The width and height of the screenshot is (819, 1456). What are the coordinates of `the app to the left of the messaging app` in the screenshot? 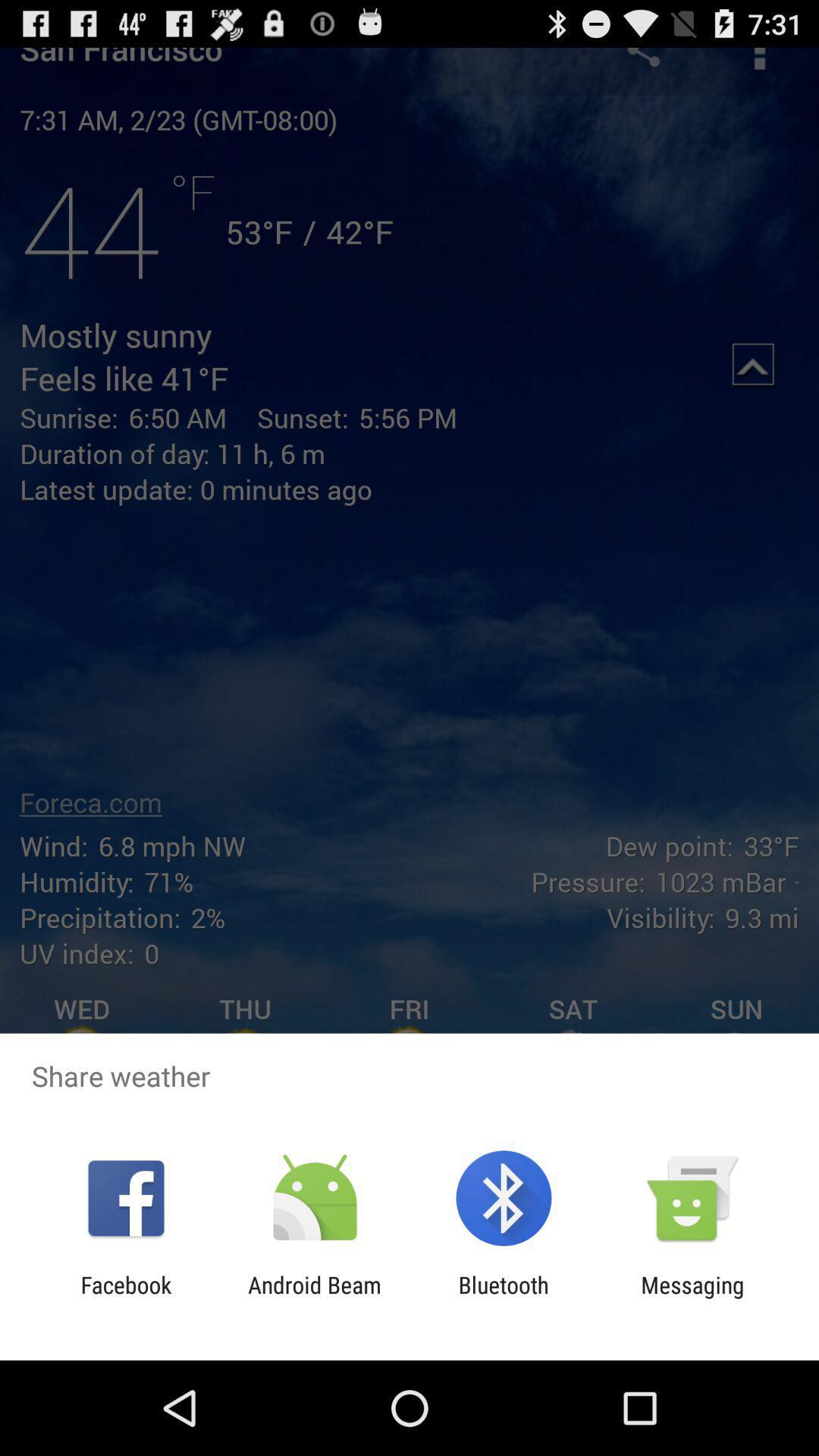 It's located at (504, 1298).